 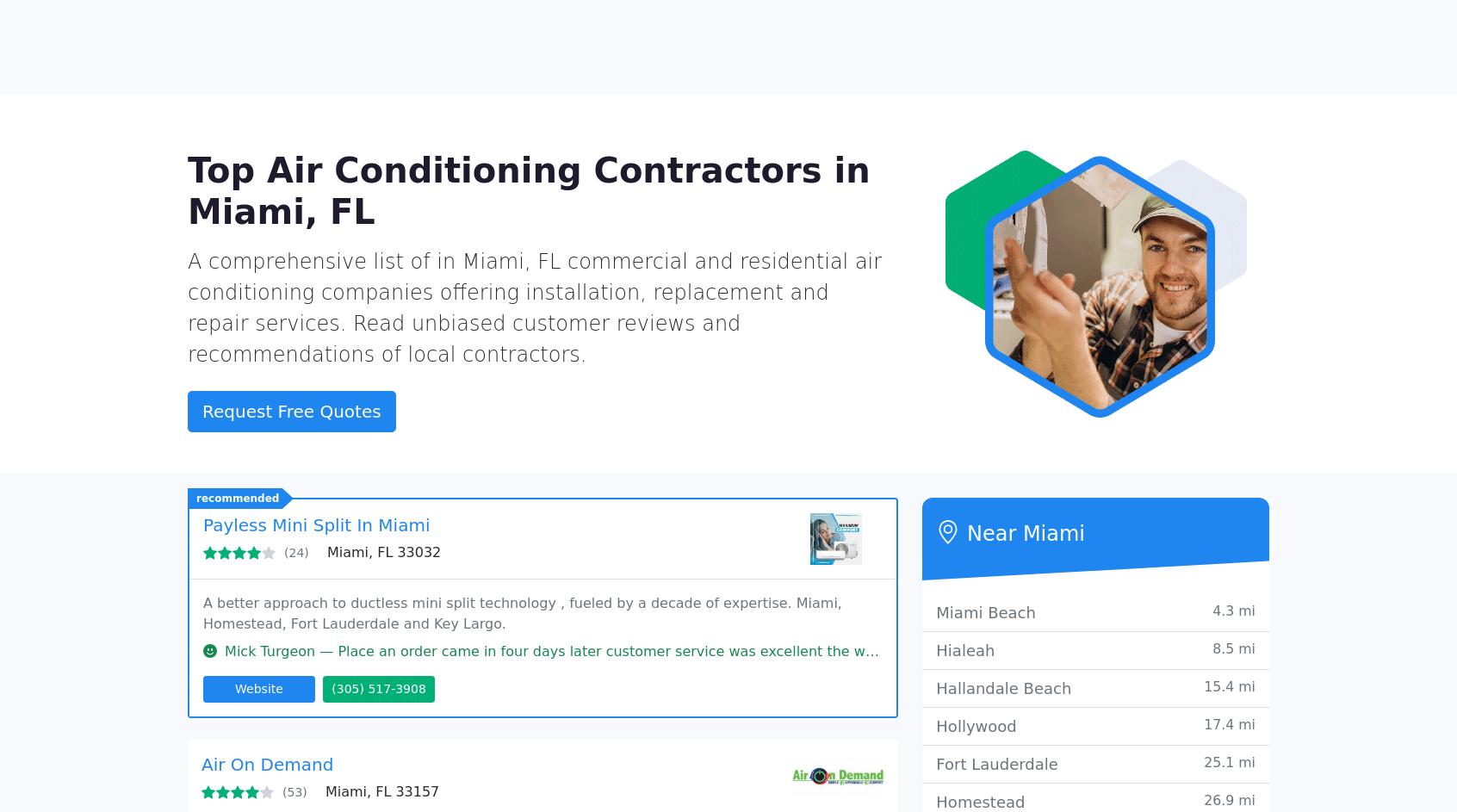 I want to click on 'Destiny — This Company is the best in Miami, Florida. They are very responsible, have quality service and you can always count on them', so click(x=697, y=731).